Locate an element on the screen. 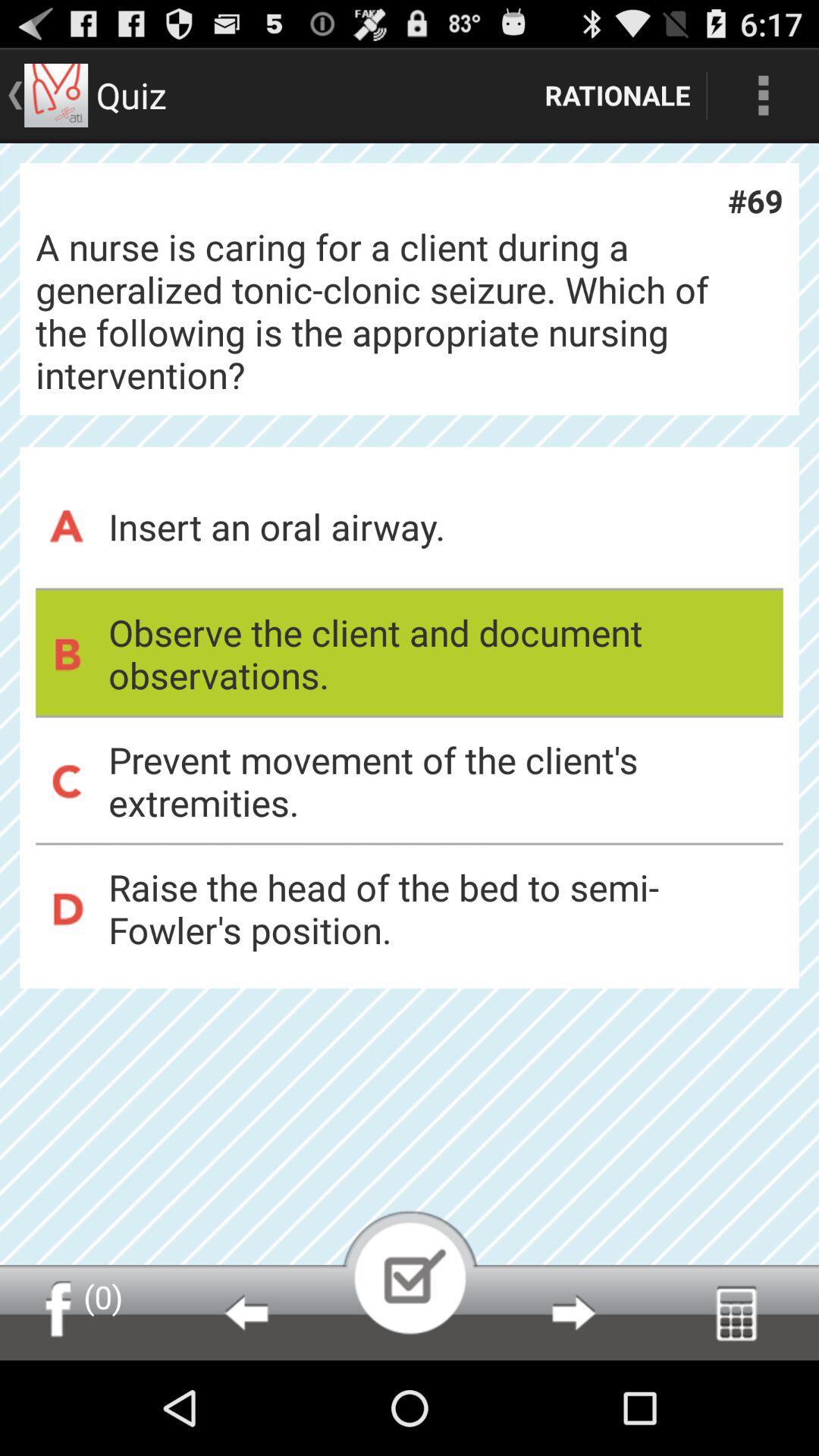 The width and height of the screenshot is (819, 1456). the arrow_forward icon is located at coordinates (573, 1404).